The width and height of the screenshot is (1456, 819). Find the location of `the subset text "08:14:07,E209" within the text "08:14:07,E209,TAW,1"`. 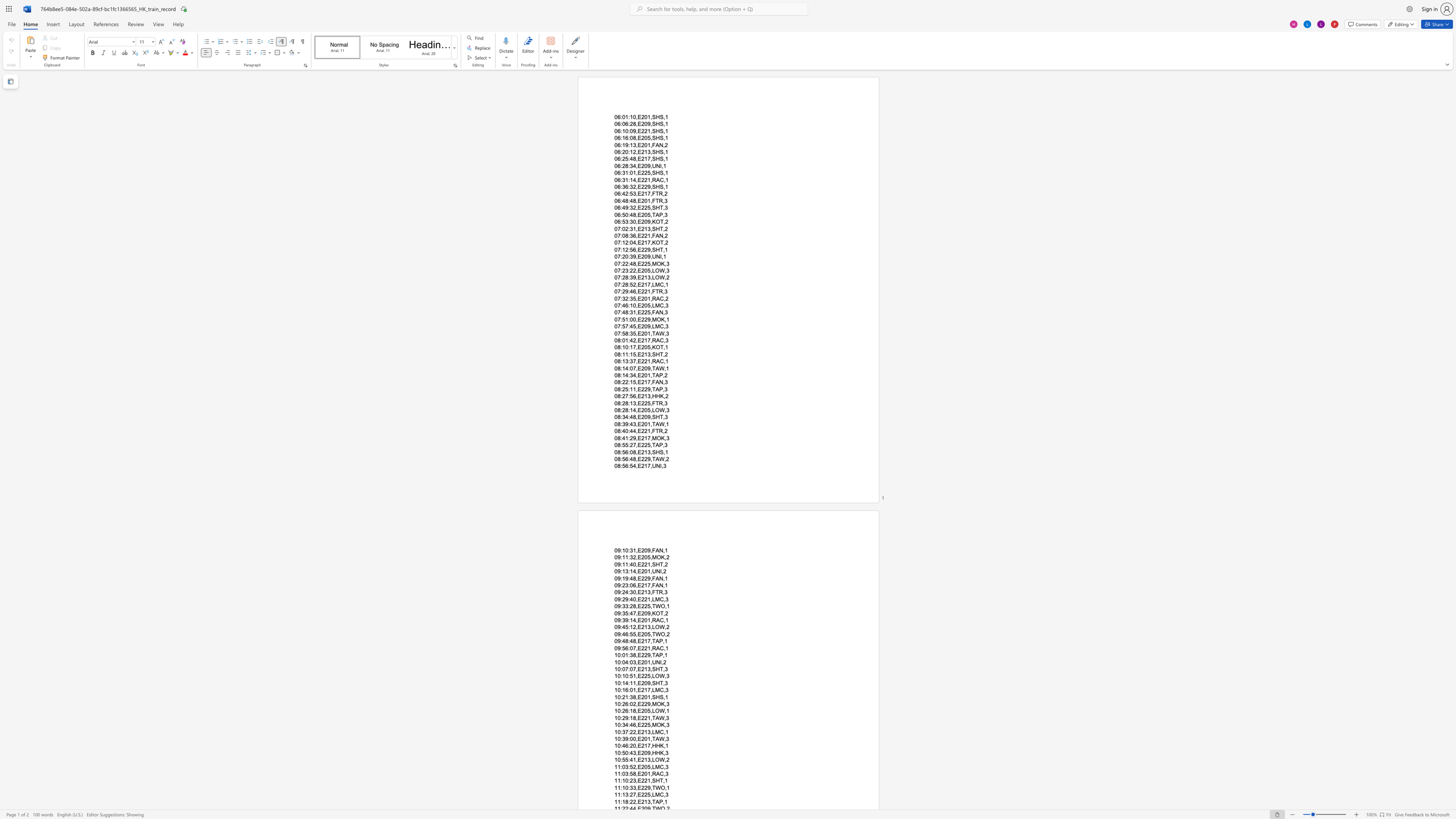

the subset text "08:14:07,E209" within the text "08:14:07,E209,TAW,1" is located at coordinates (614, 368).